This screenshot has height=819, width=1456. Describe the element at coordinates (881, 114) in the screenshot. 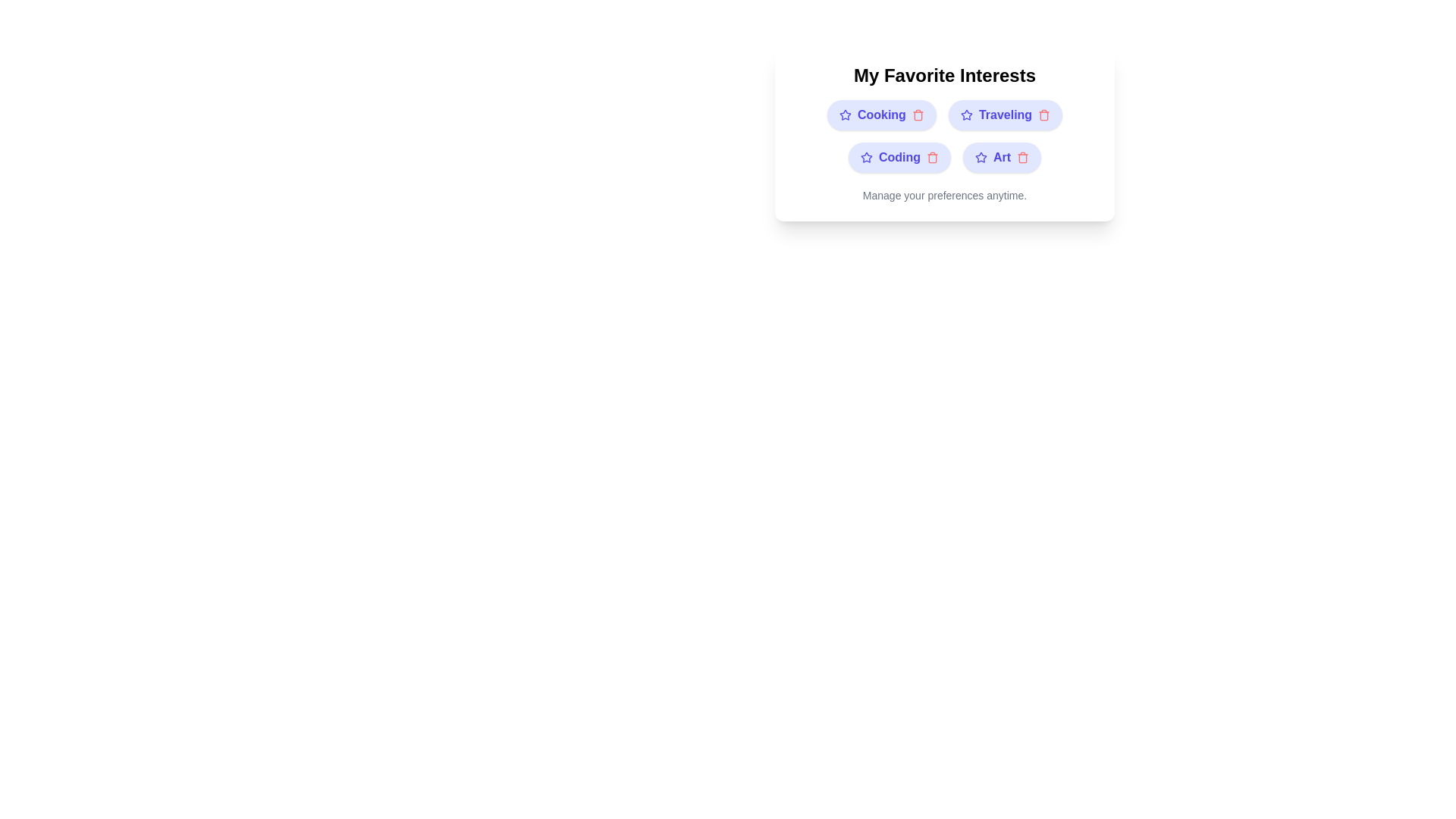

I see `the interest tag Cooking to observe the hover effect` at that location.